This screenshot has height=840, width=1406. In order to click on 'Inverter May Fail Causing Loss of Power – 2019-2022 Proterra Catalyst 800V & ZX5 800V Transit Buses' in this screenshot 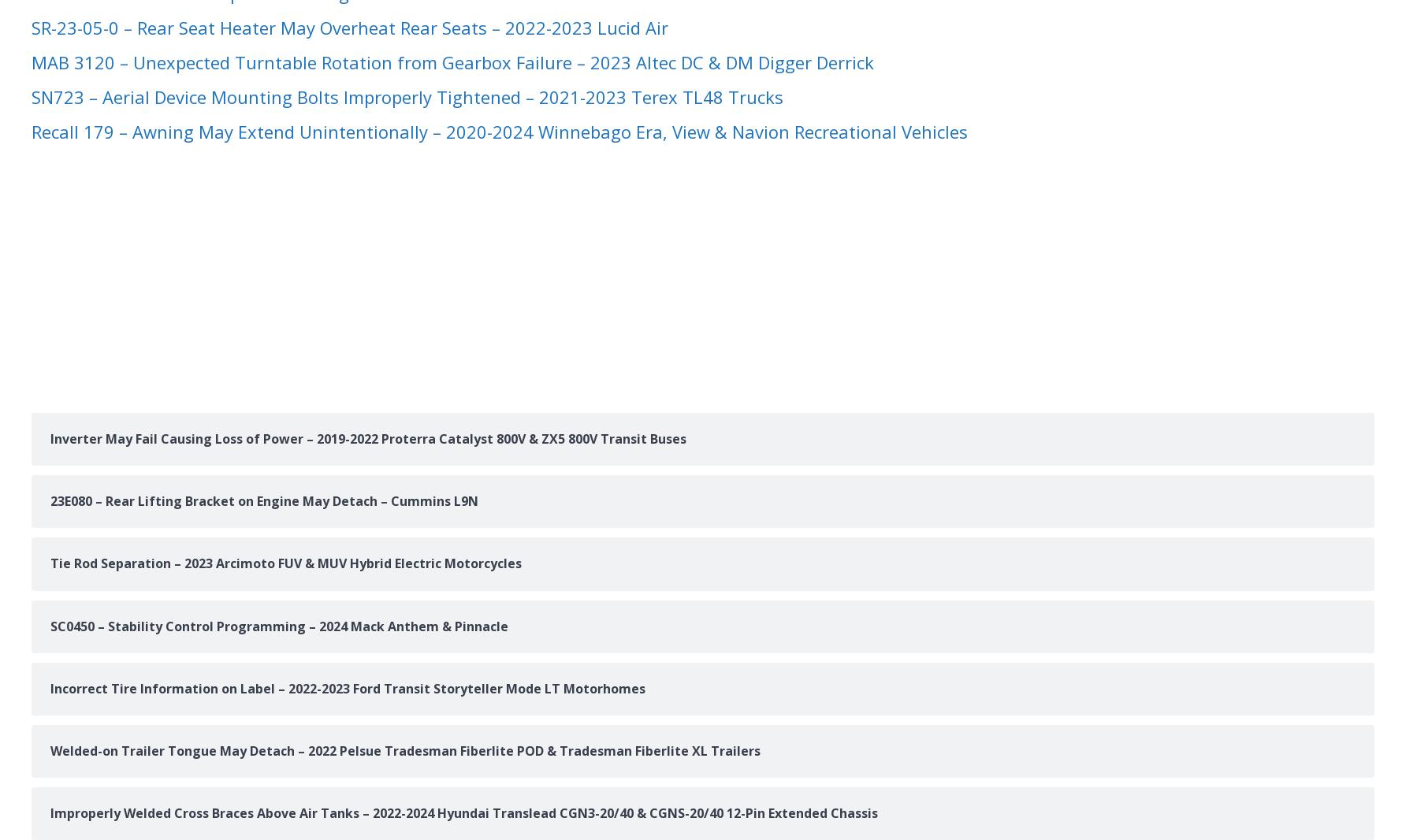, I will do `click(368, 437)`.